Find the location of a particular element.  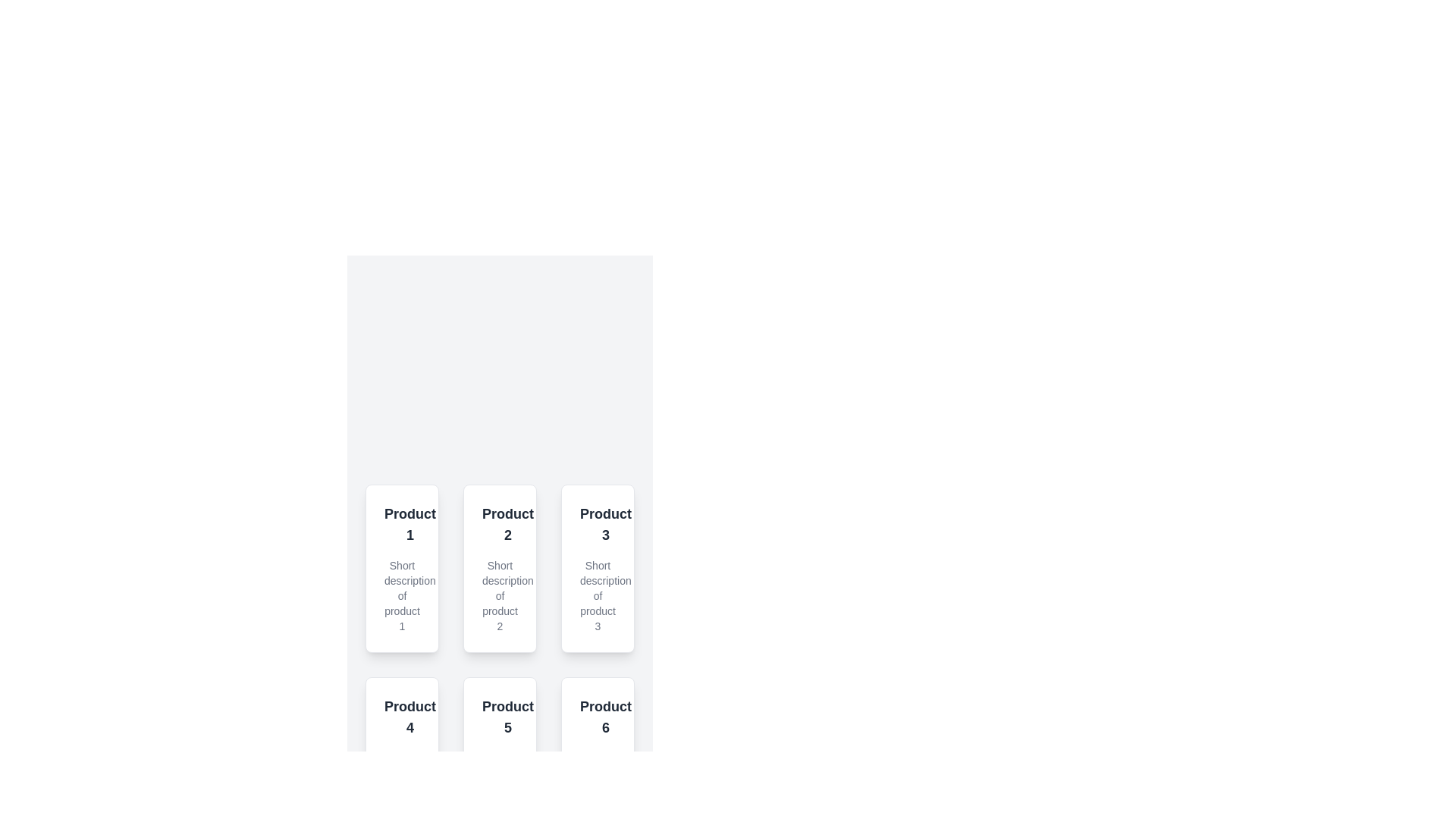

the static text label that presents the name of 'Product 4', located in the second row, first column of the product grid is located at coordinates (402, 717).